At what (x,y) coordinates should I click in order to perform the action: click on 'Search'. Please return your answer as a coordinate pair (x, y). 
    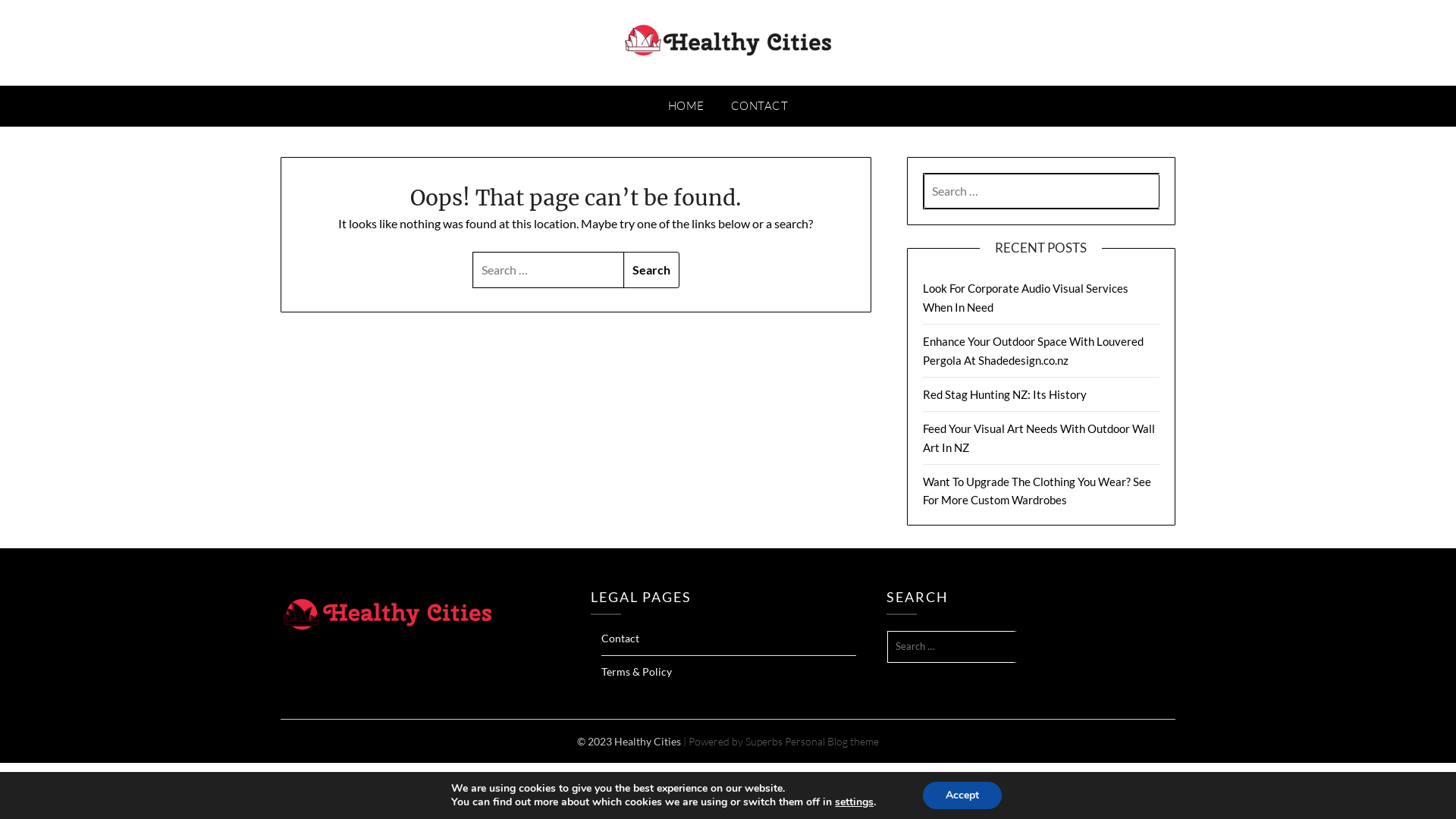
    Looking at the image, I should click on (623, 268).